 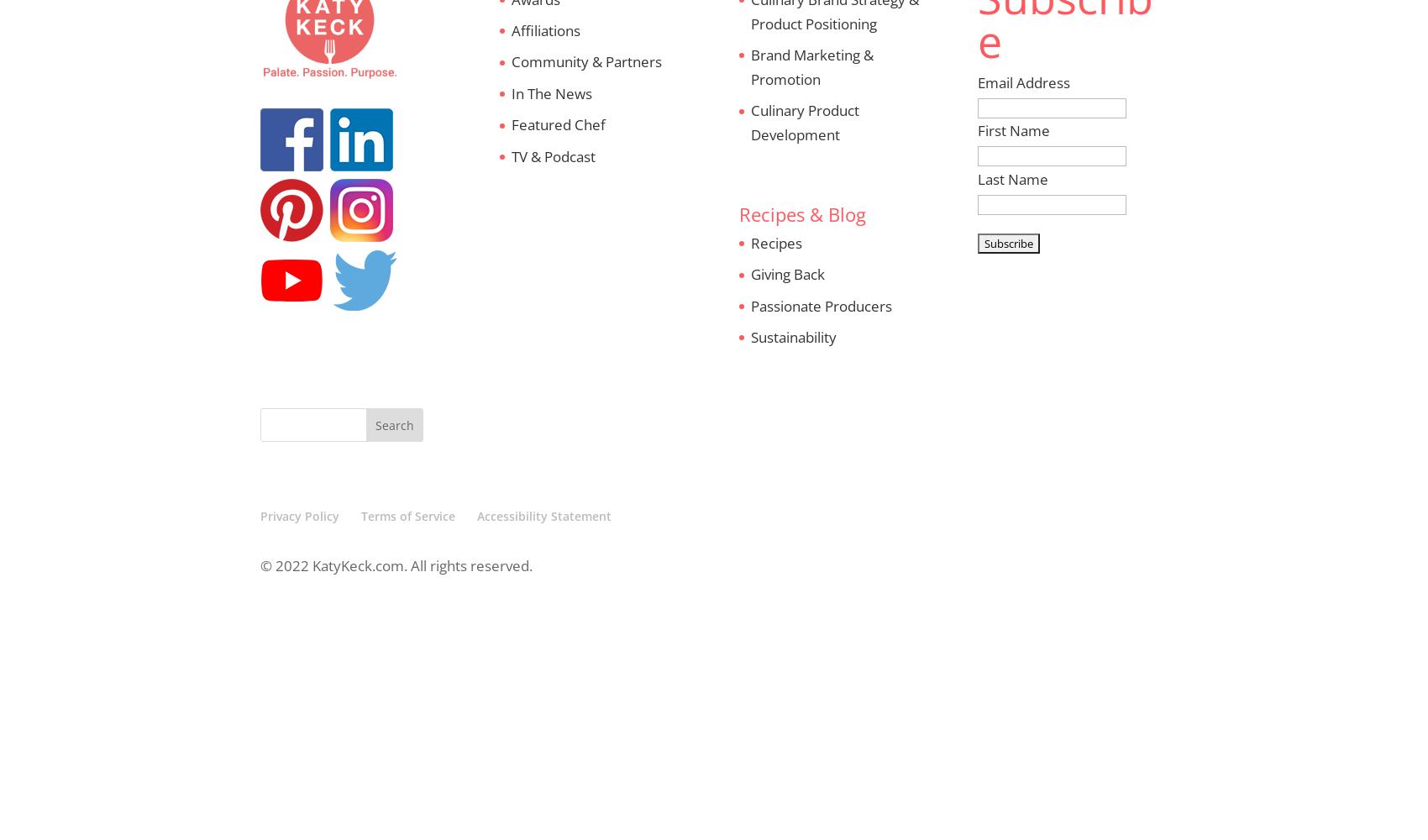 What do you see at coordinates (585, 60) in the screenshot?
I see `'Community & Partners'` at bounding box center [585, 60].